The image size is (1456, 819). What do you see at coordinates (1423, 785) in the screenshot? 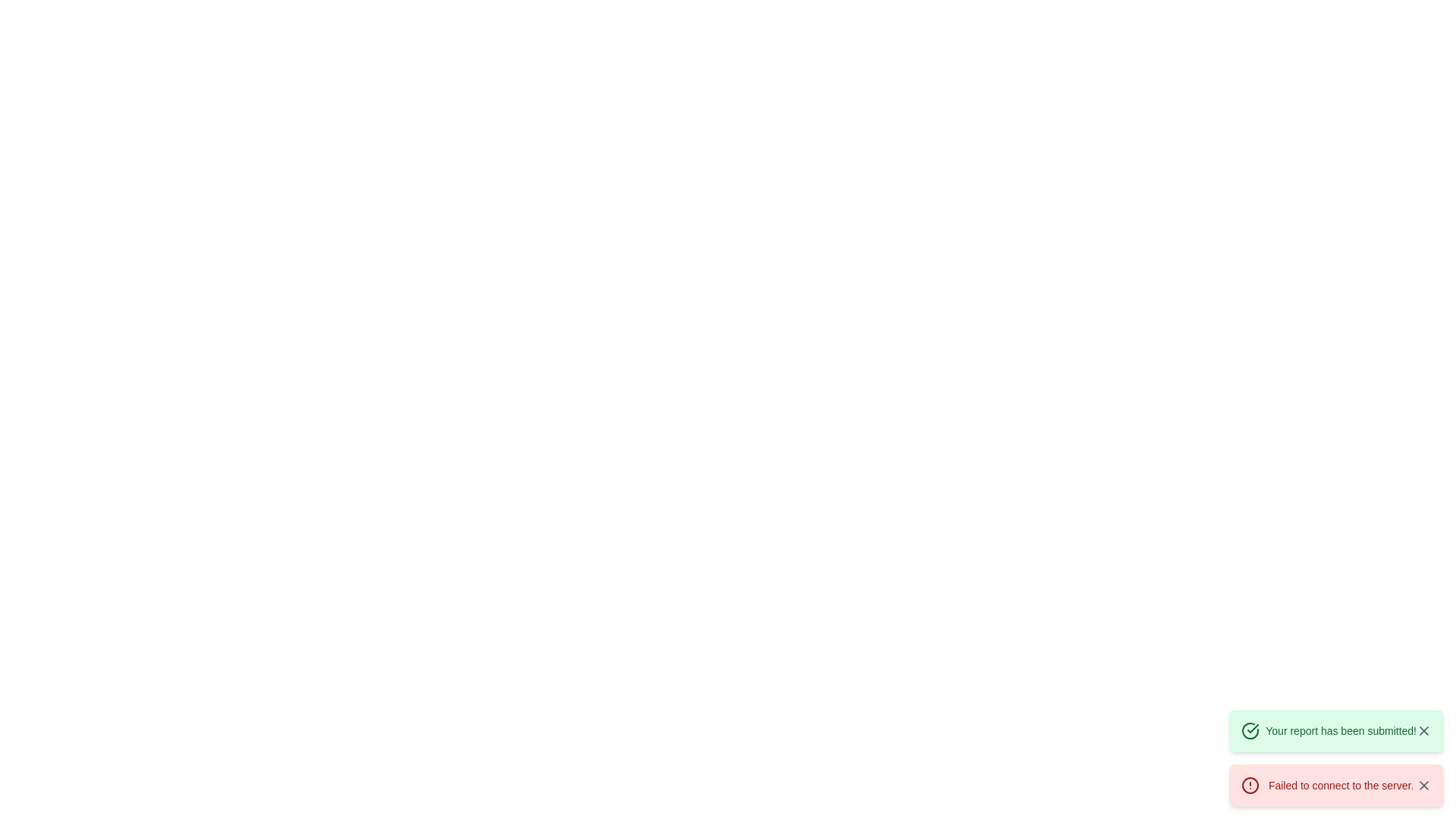
I see `the small interactive 'X' icon close button located at the top-right corner of the red alert box displaying the message 'Failed to connect to the server.'` at bounding box center [1423, 785].